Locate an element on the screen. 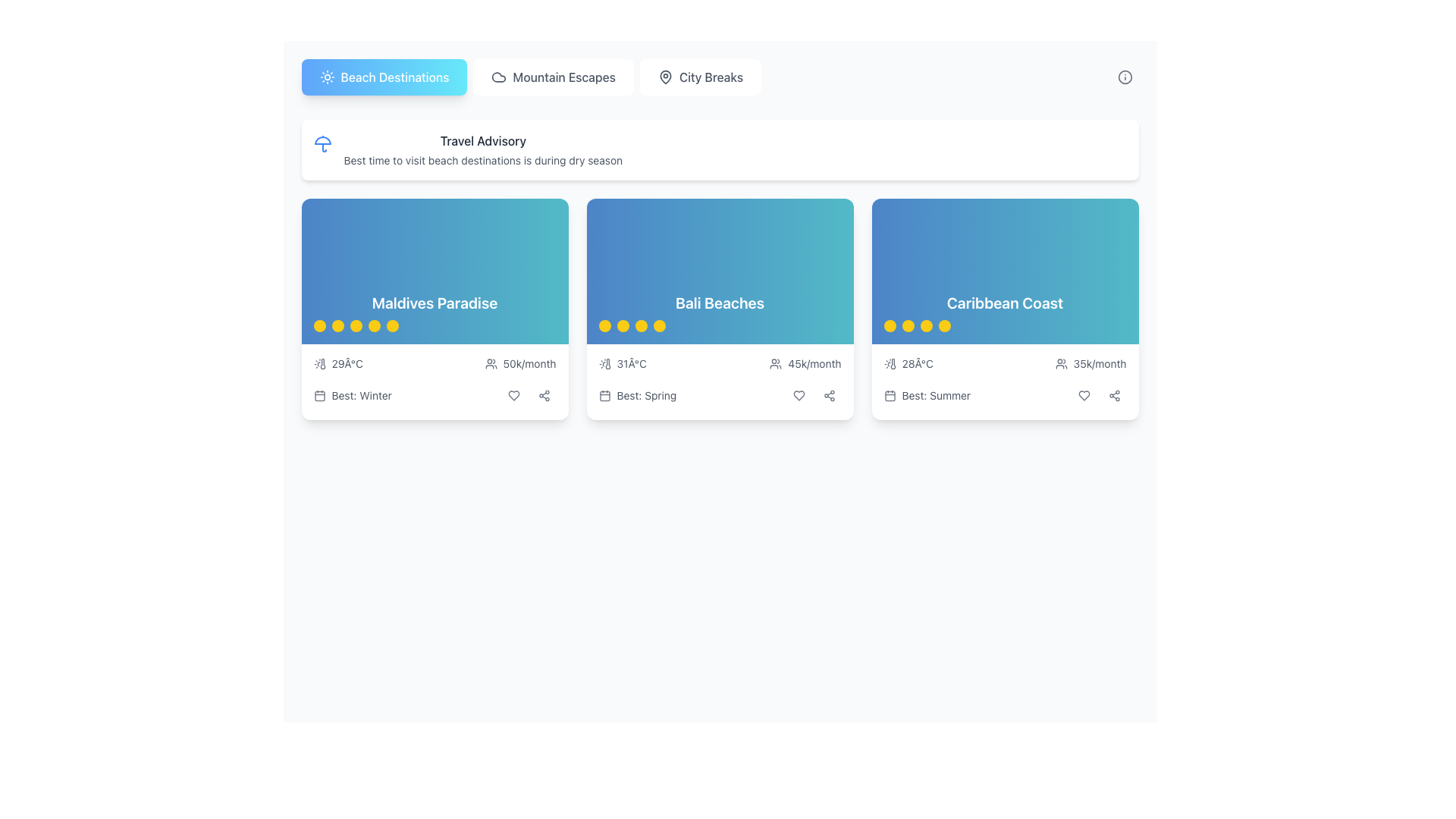 The width and height of the screenshot is (1456, 819). the circular share button with a triangular icon located at the bottom-right corner of the third card in the row of destination cards is located at coordinates (544, 394).